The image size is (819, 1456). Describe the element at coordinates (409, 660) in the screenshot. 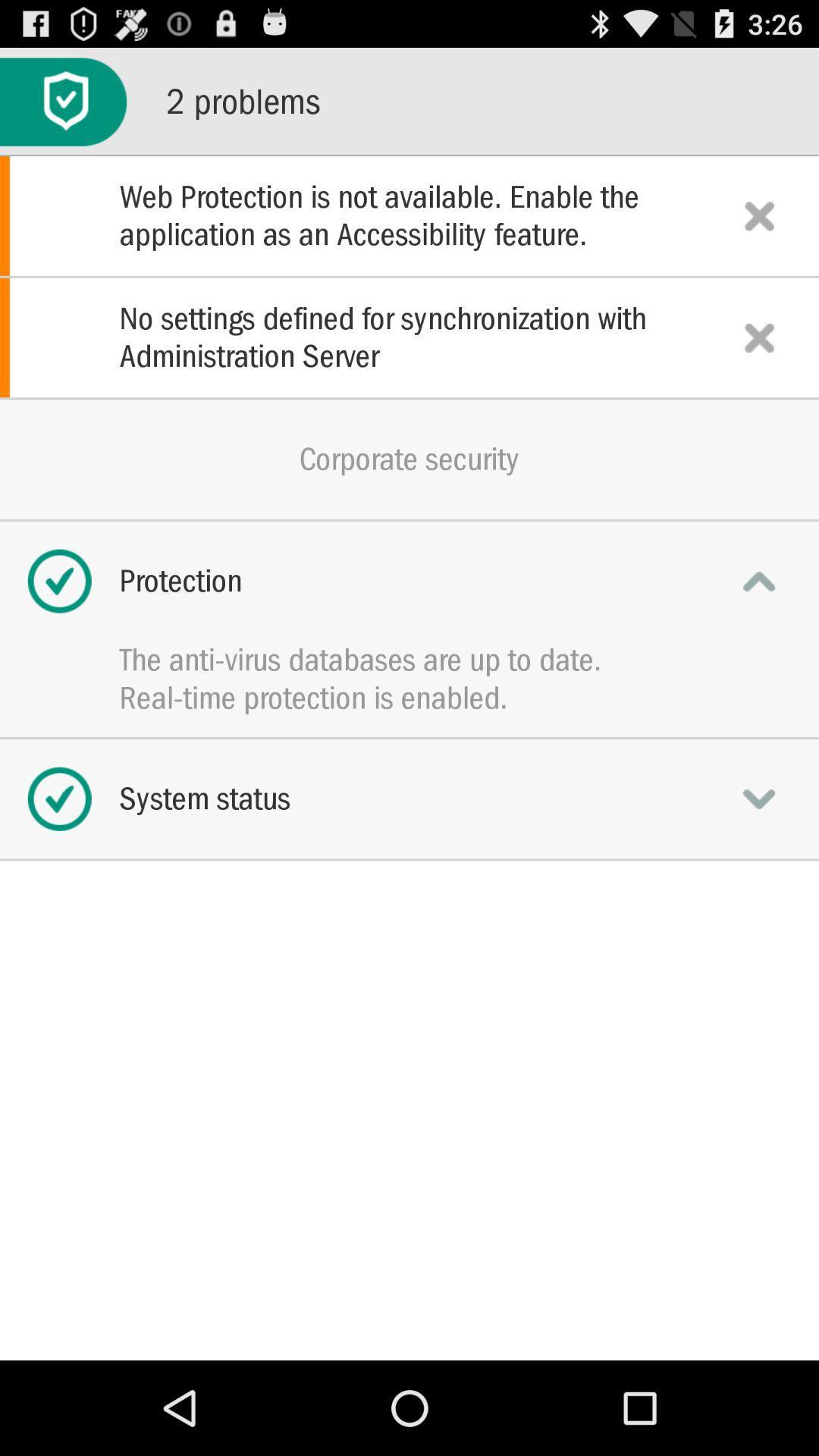

I see `the anti virus app` at that location.